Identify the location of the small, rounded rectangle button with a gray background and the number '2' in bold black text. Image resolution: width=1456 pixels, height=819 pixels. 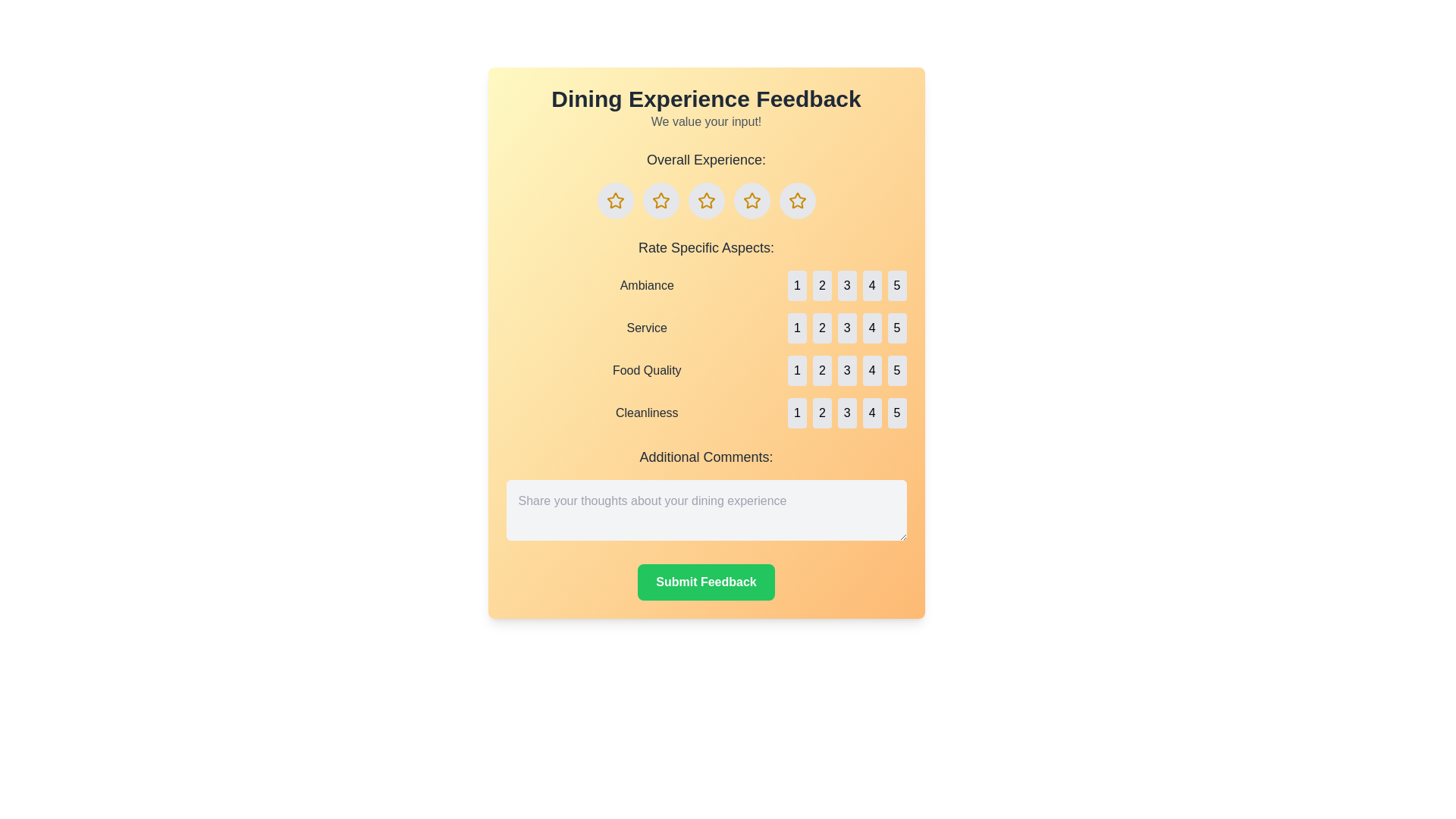
(821, 371).